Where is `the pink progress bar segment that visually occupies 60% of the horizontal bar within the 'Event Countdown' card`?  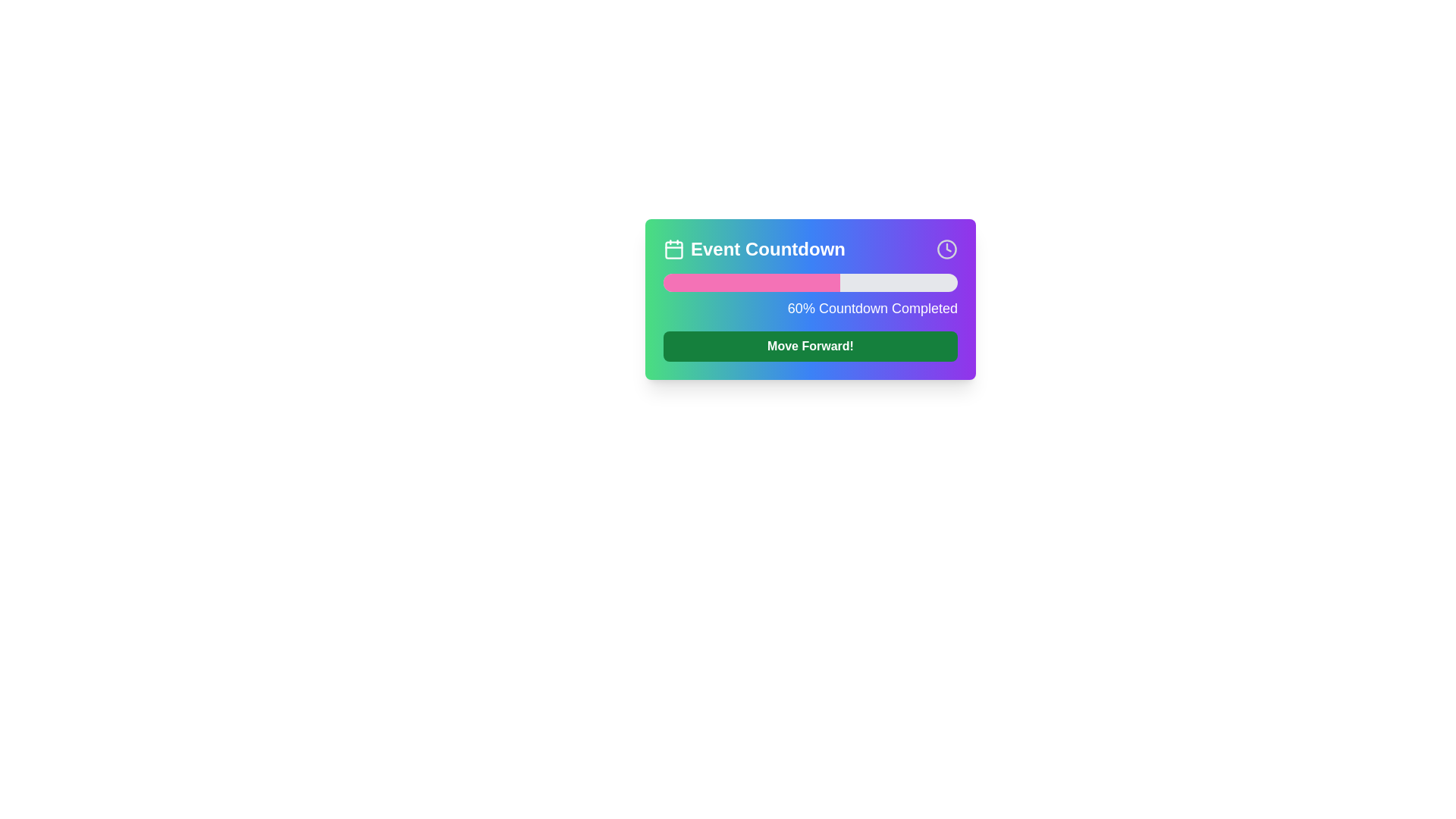
the pink progress bar segment that visually occupies 60% of the horizontal bar within the 'Event Countdown' card is located at coordinates (752, 283).